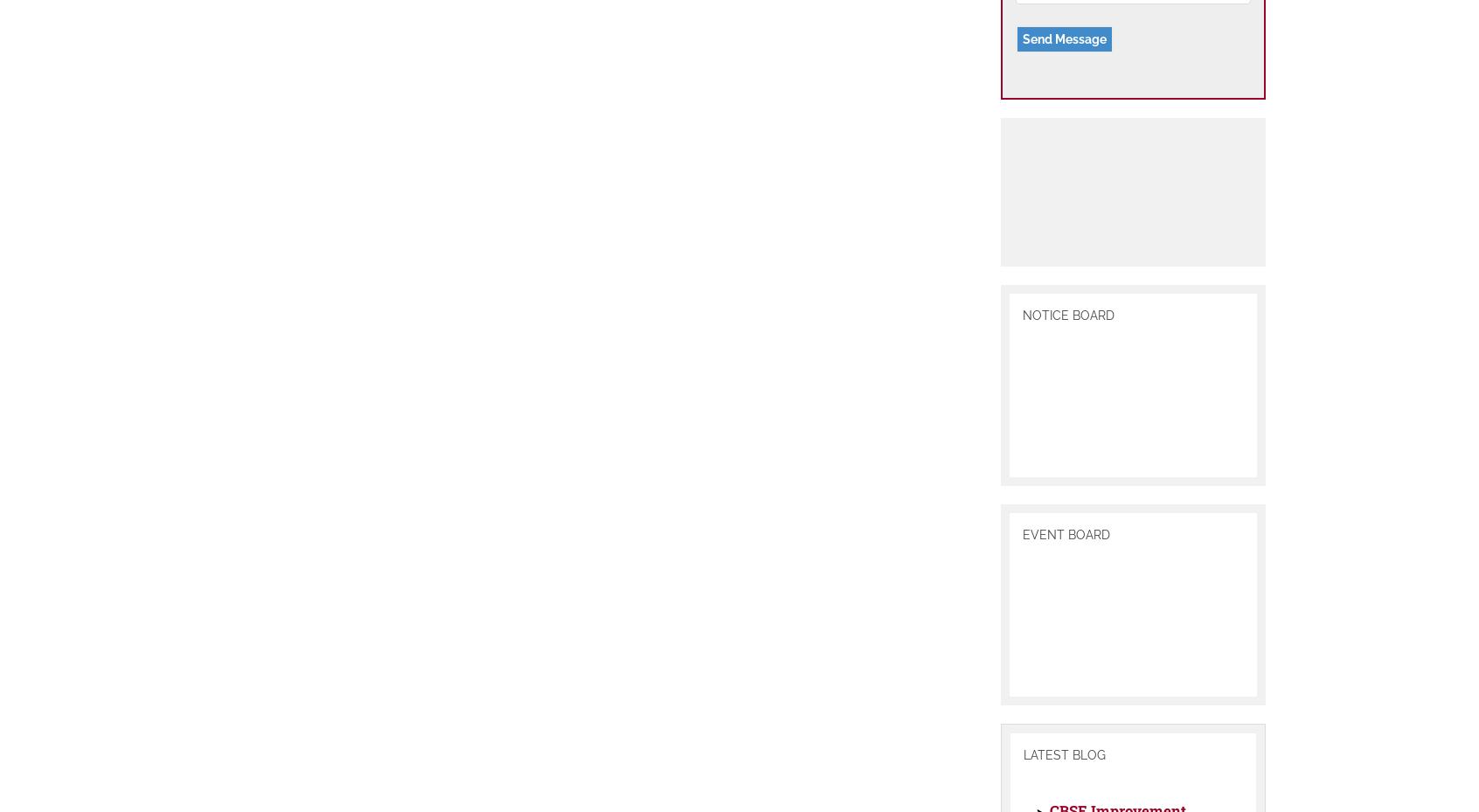 The height and width of the screenshot is (812, 1479). What do you see at coordinates (1117, 736) in the screenshot?
I see `'All About CBSE Improvement Exam 2021 Class 12th'` at bounding box center [1117, 736].